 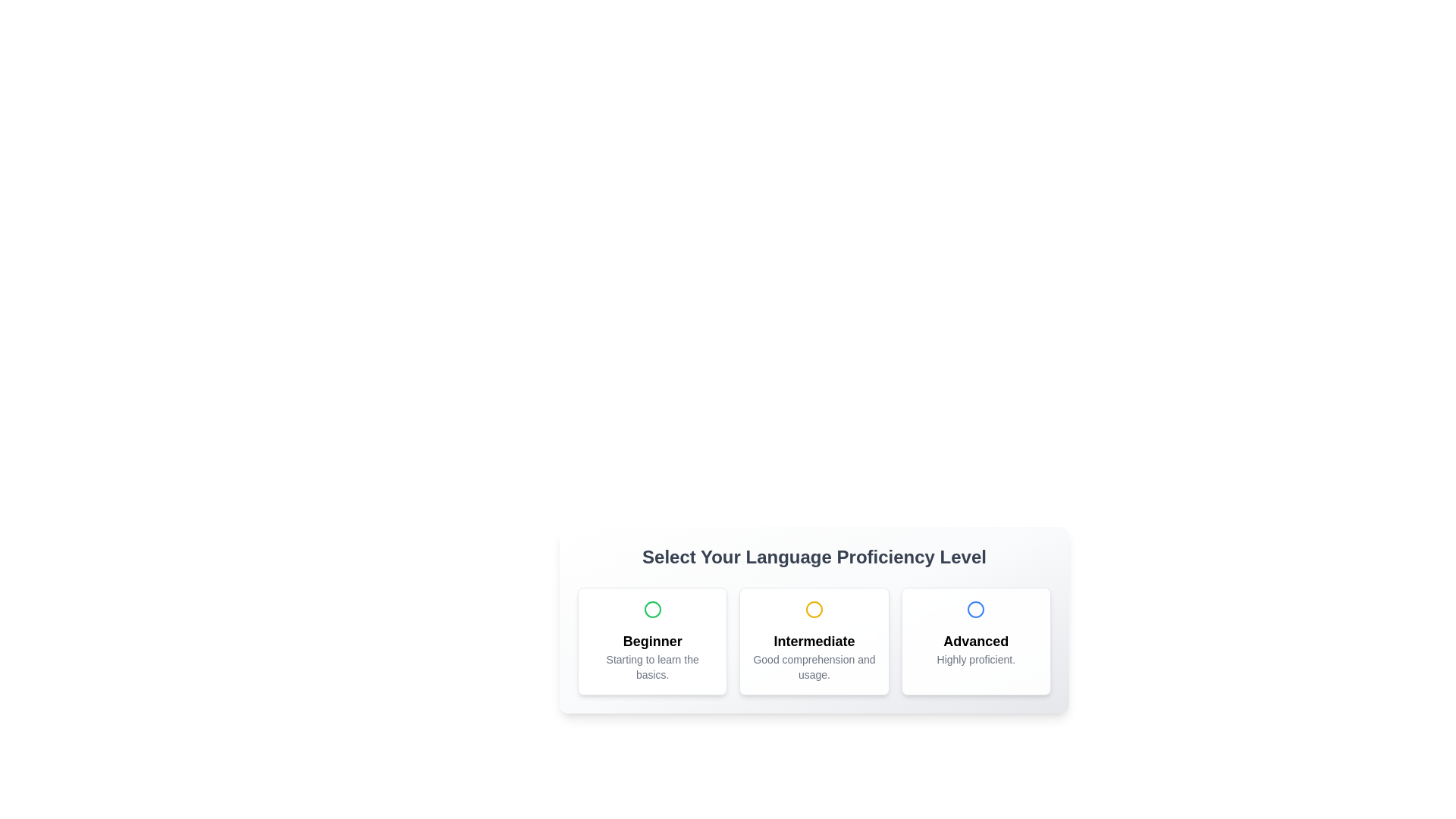 What do you see at coordinates (814, 608) in the screenshot?
I see `the circular icon representing the 'Intermediate' language proficiency level, located at the center of the button labeled 'Intermediate'` at bounding box center [814, 608].